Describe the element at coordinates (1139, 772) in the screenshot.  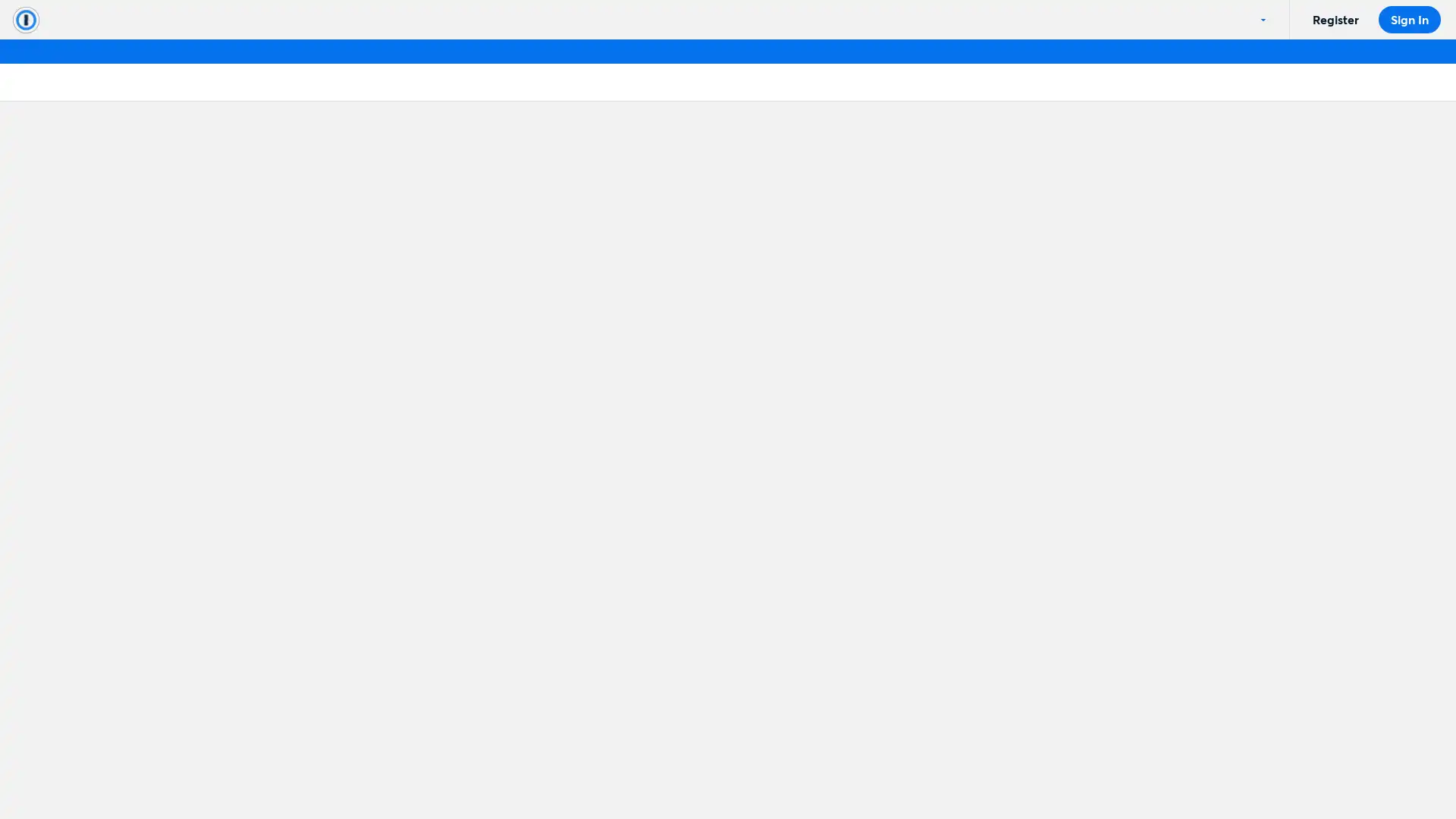
I see `Accept` at that location.